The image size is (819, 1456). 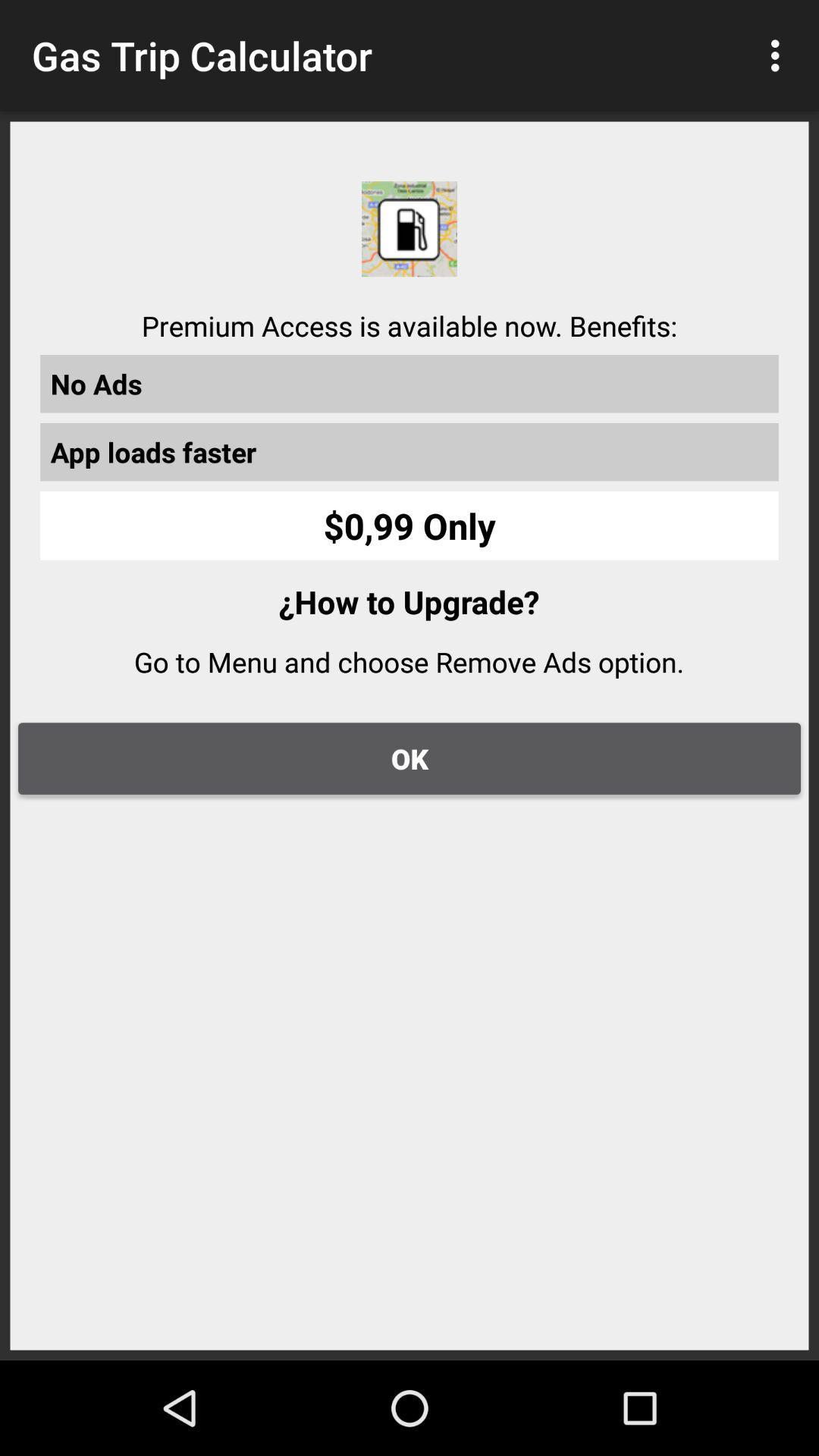 I want to click on app below go to menu app, so click(x=409, y=758).